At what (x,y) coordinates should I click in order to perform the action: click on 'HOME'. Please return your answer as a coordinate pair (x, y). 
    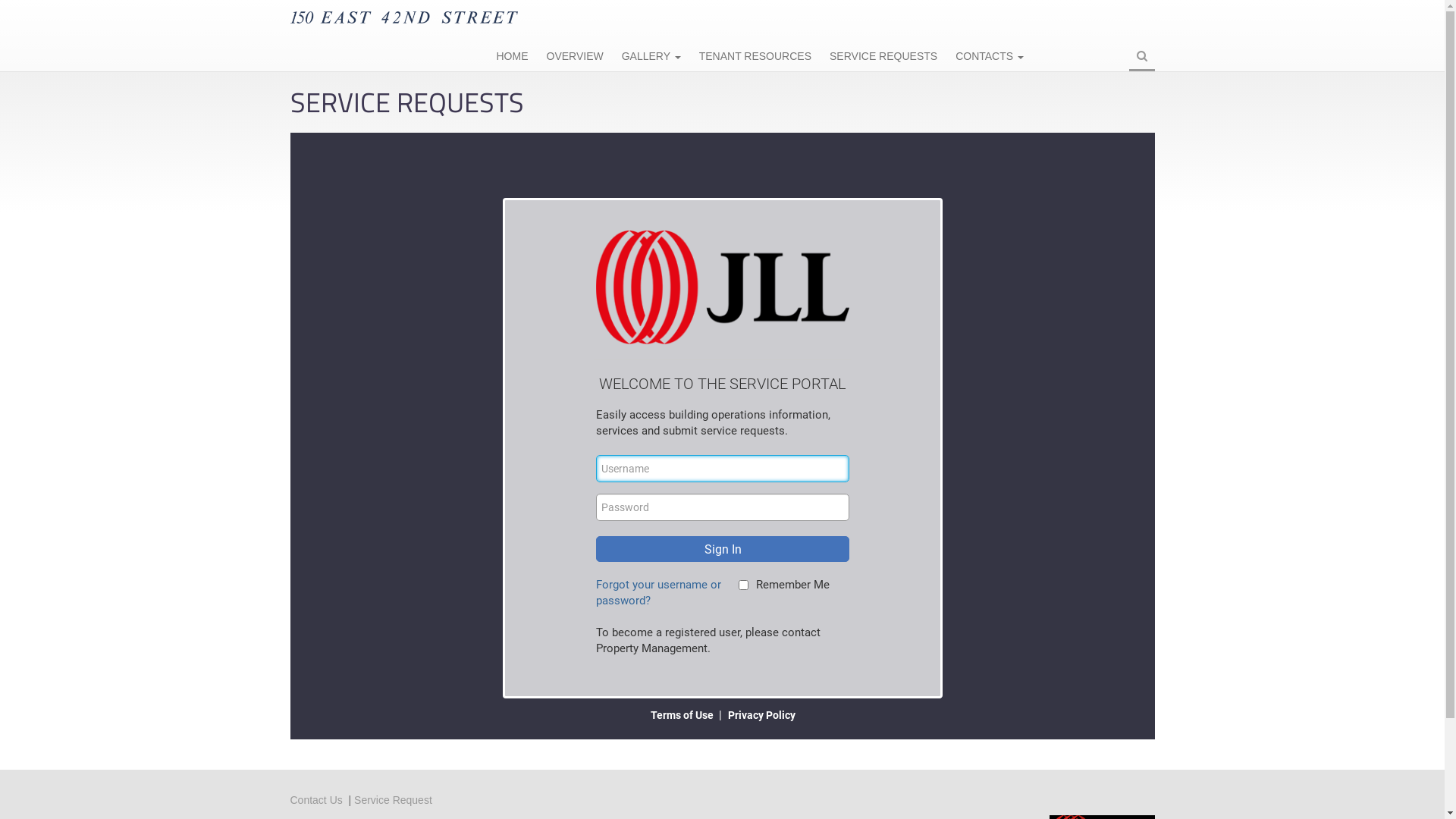
    Looking at the image, I should click on (487, 56).